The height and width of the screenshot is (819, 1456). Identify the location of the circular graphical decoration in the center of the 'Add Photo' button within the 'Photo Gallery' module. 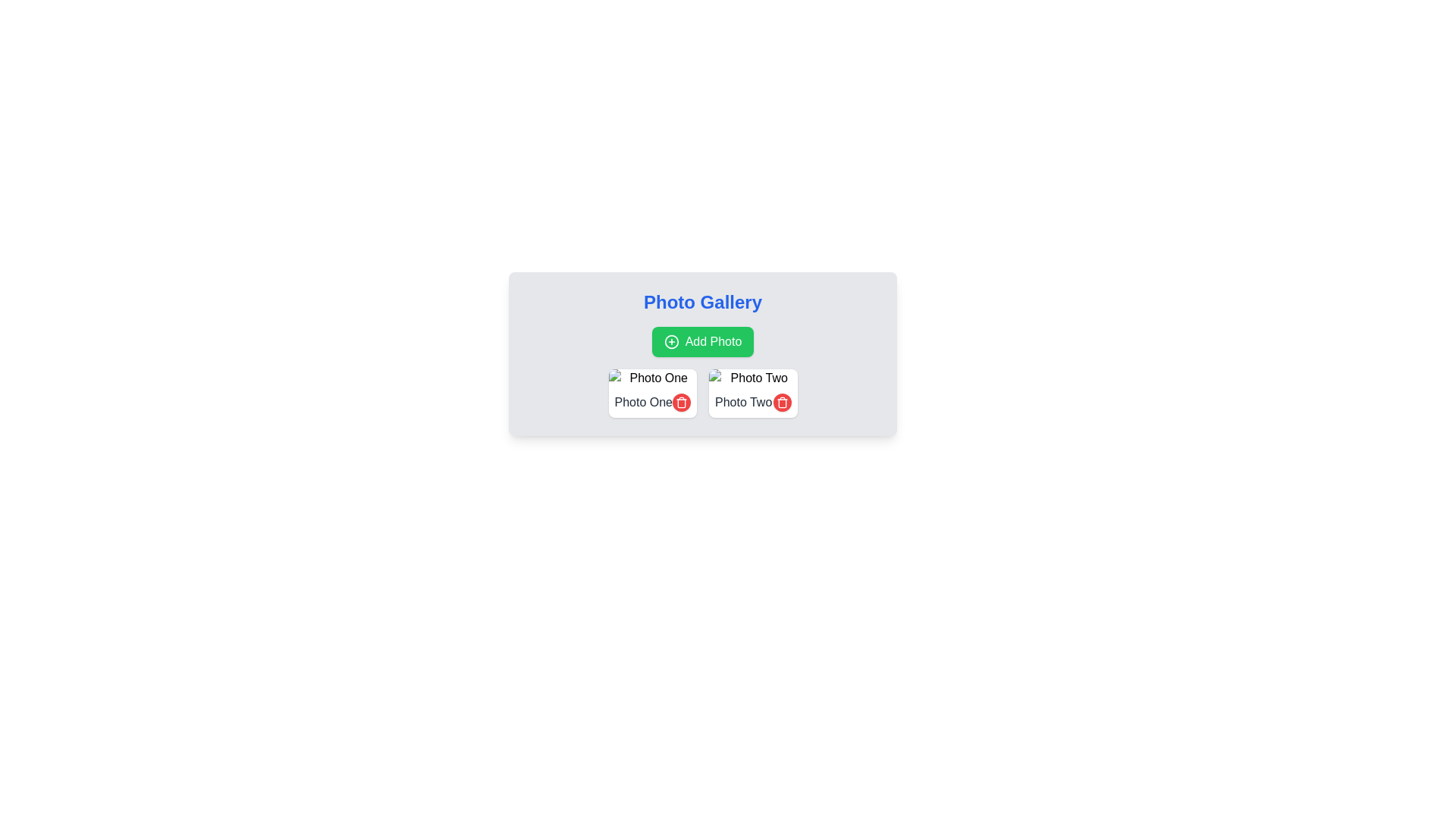
(670, 342).